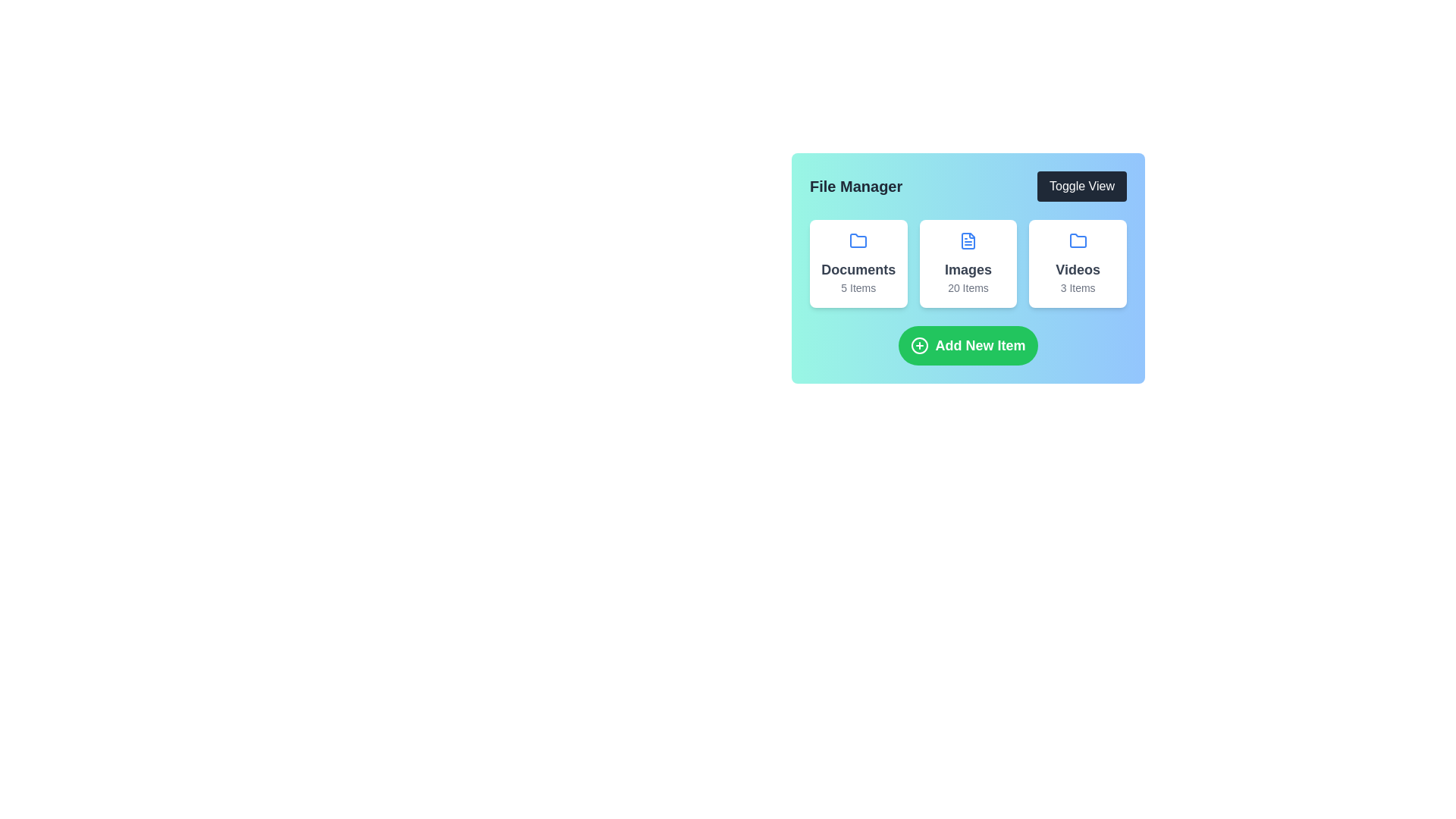  I want to click on the highlighted 'Images' category card in the Category summary section, so click(967, 262).